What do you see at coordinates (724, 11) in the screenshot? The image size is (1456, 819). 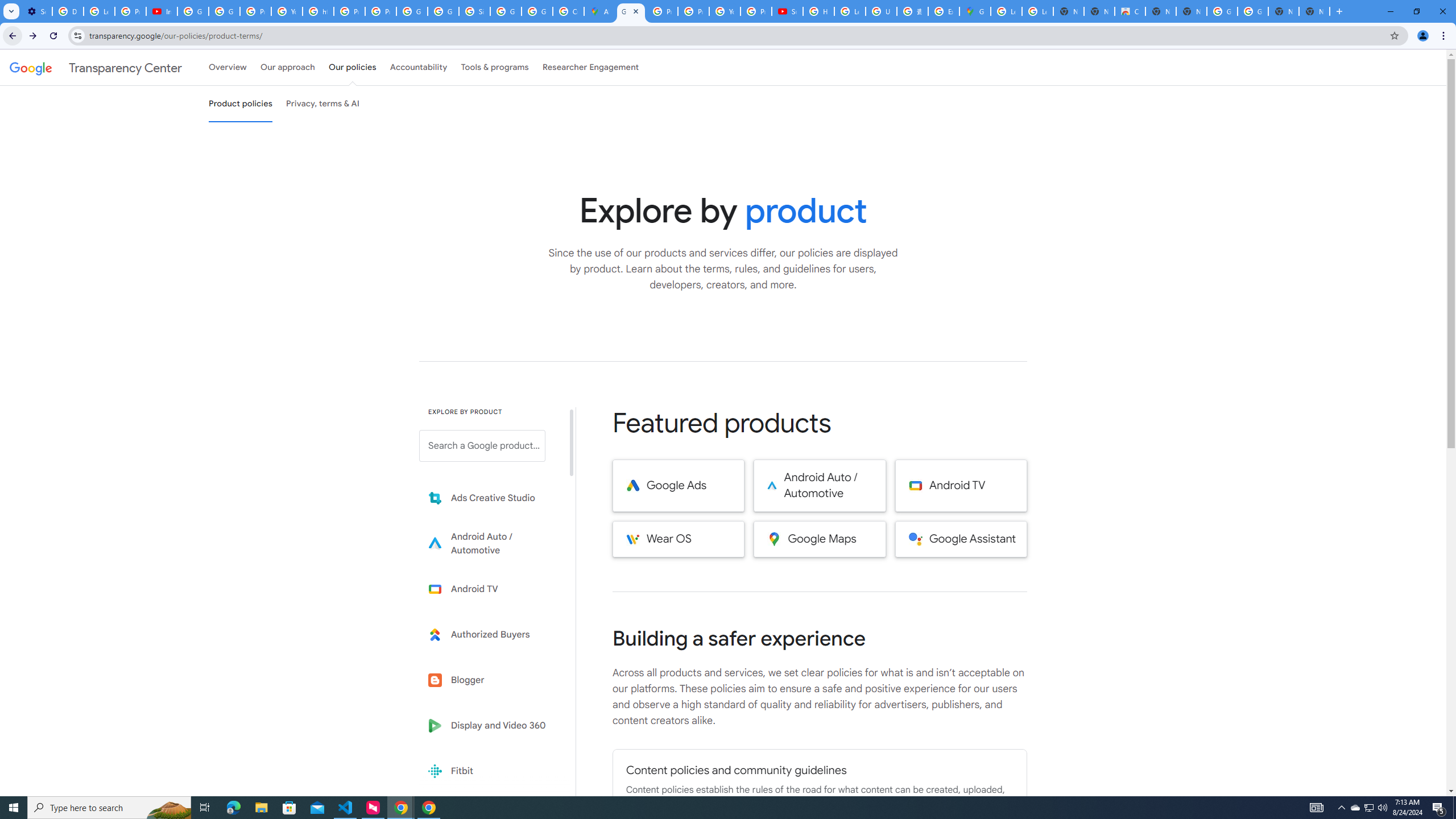 I see `'YouTube'` at bounding box center [724, 11].